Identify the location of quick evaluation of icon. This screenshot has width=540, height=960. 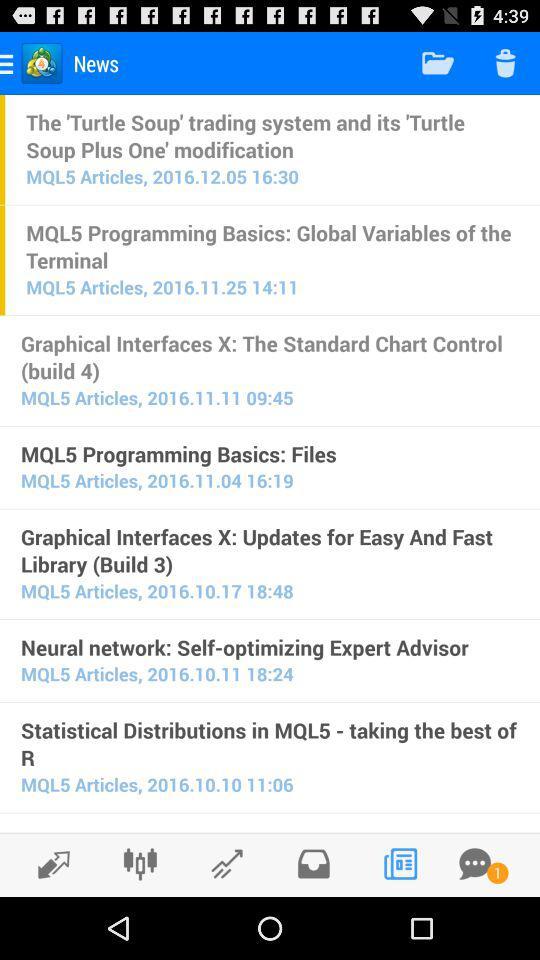
(270, 829).